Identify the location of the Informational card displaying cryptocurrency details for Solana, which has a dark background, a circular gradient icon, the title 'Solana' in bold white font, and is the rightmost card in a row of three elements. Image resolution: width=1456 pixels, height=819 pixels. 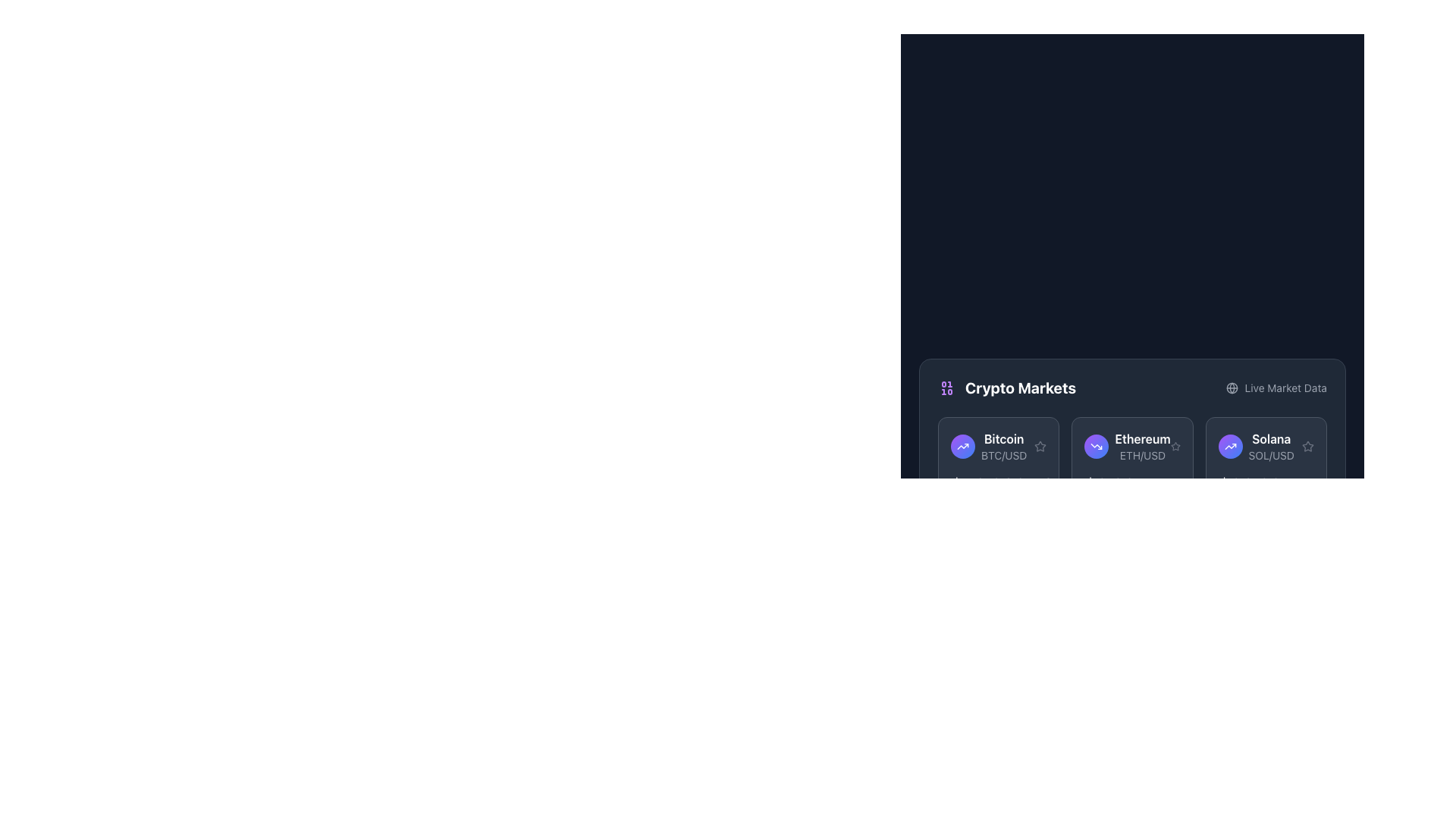
(1266, 462).